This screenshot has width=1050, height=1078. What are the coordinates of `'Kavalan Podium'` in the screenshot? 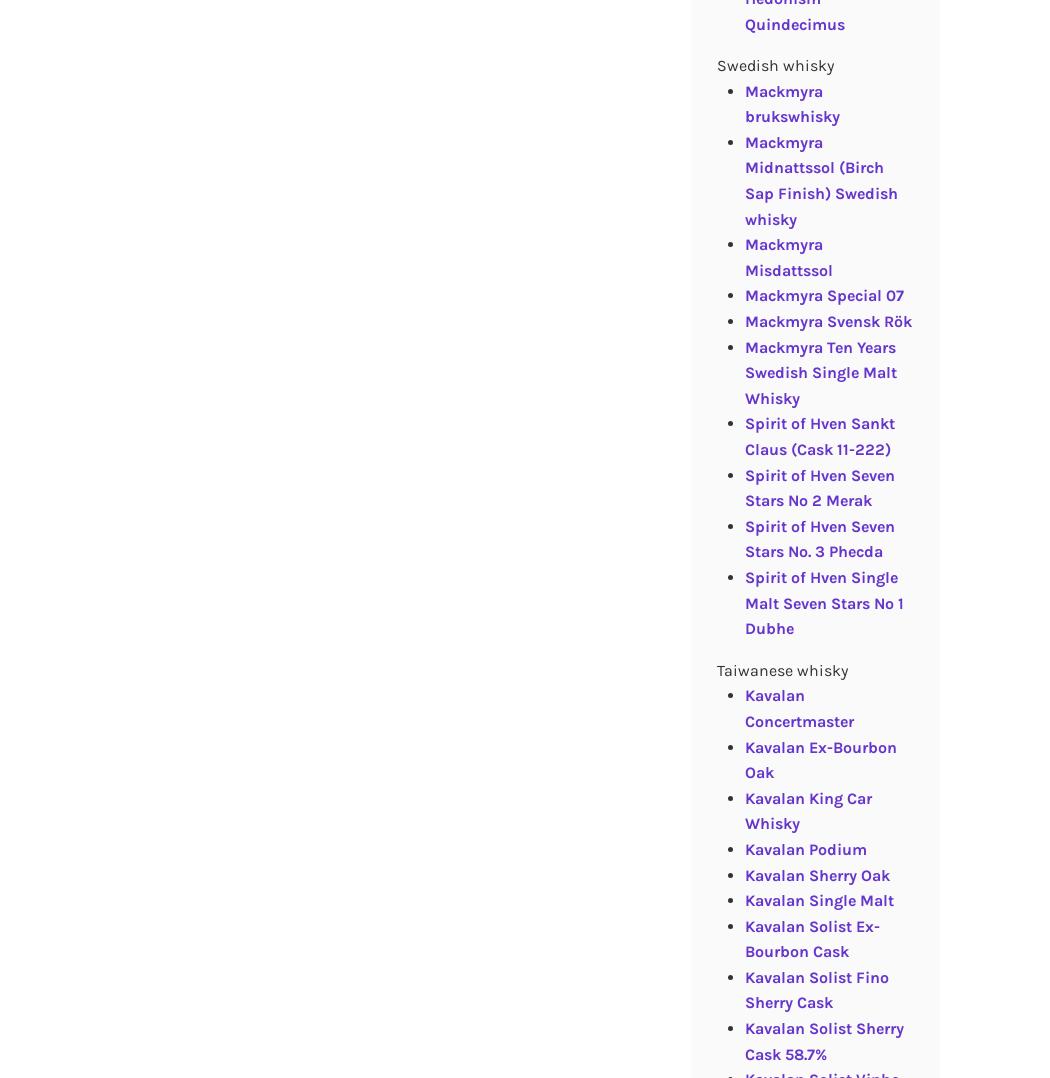 It's located at (804, 847).